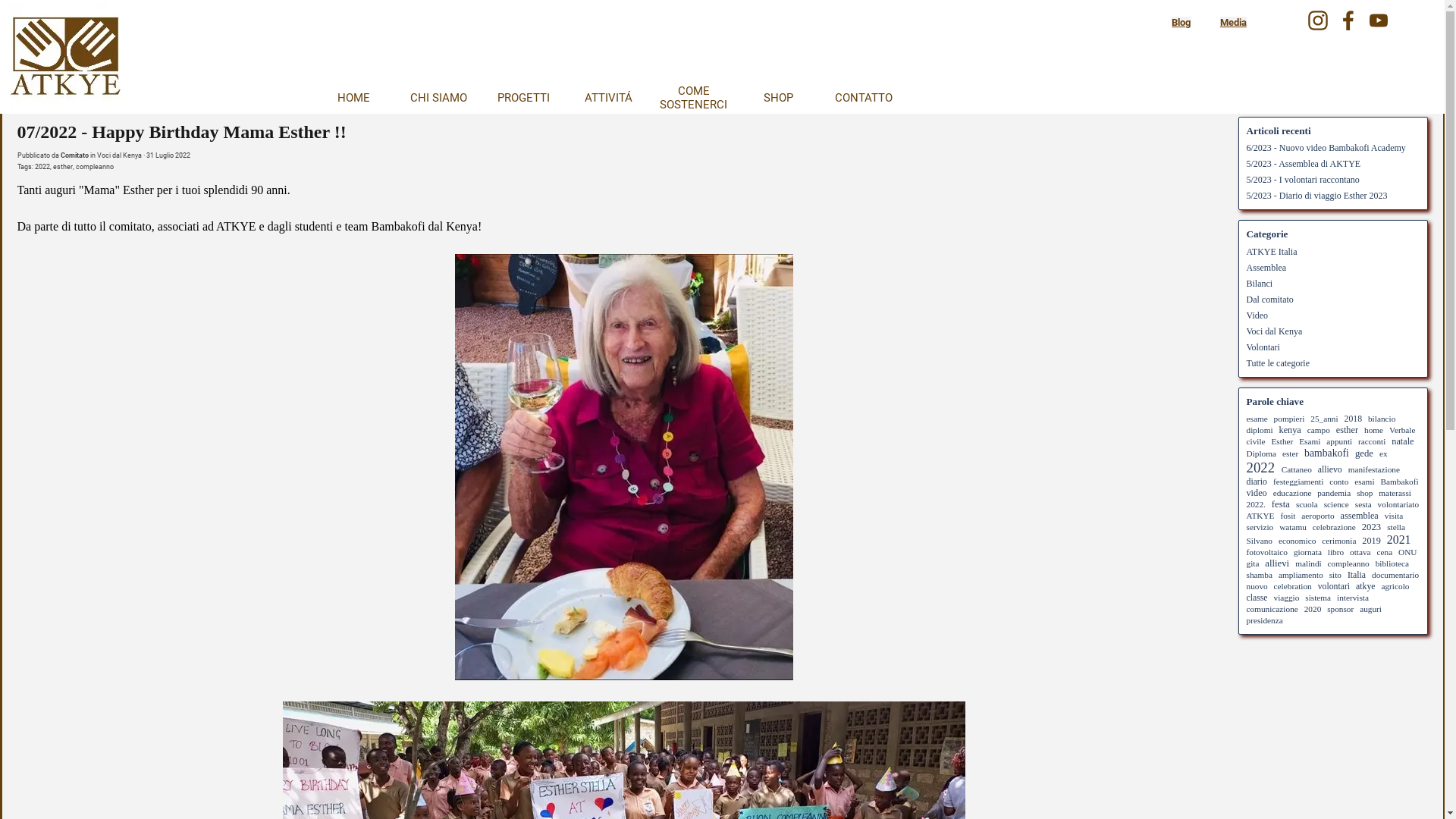 Image resolution: width=1456 pixels, height=819 pixels. I want to click on 'Cattaneo', so click(1295, 468).